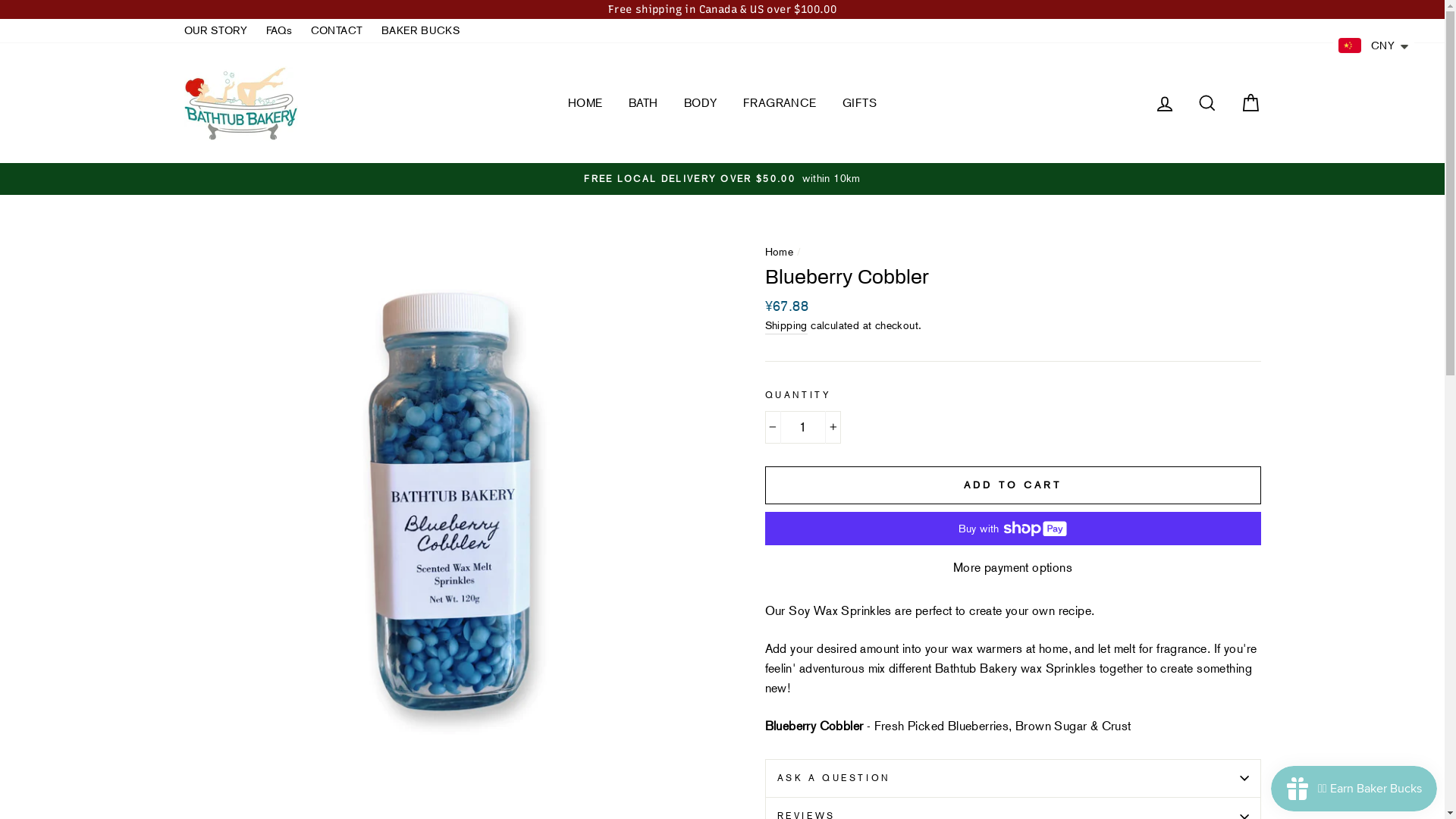 The image size is (1456, 819). I want to click on 'Home', so click(779, 250).